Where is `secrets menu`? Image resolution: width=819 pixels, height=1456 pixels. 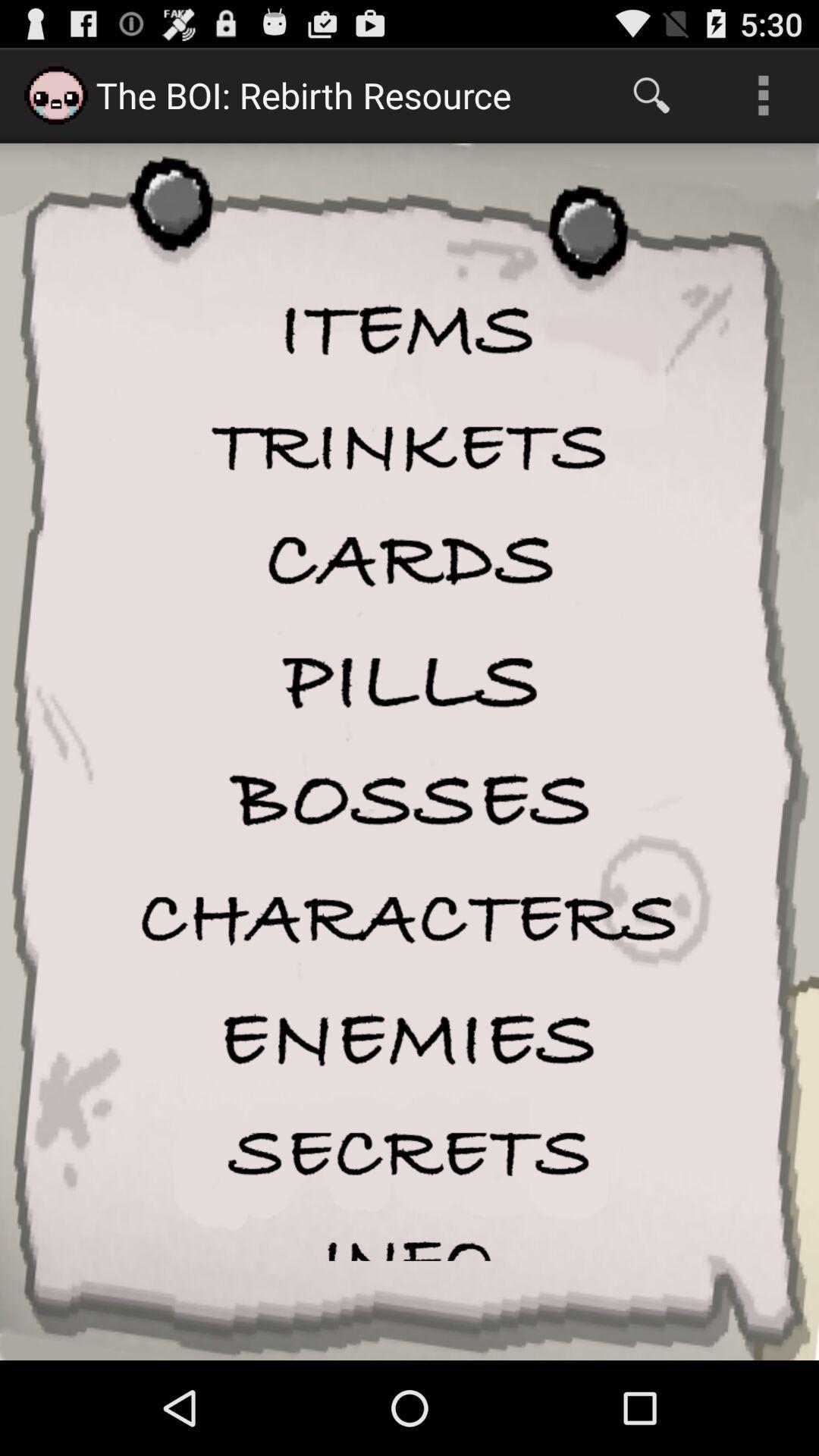
secrets menu is located at coordinates (409, 1153).